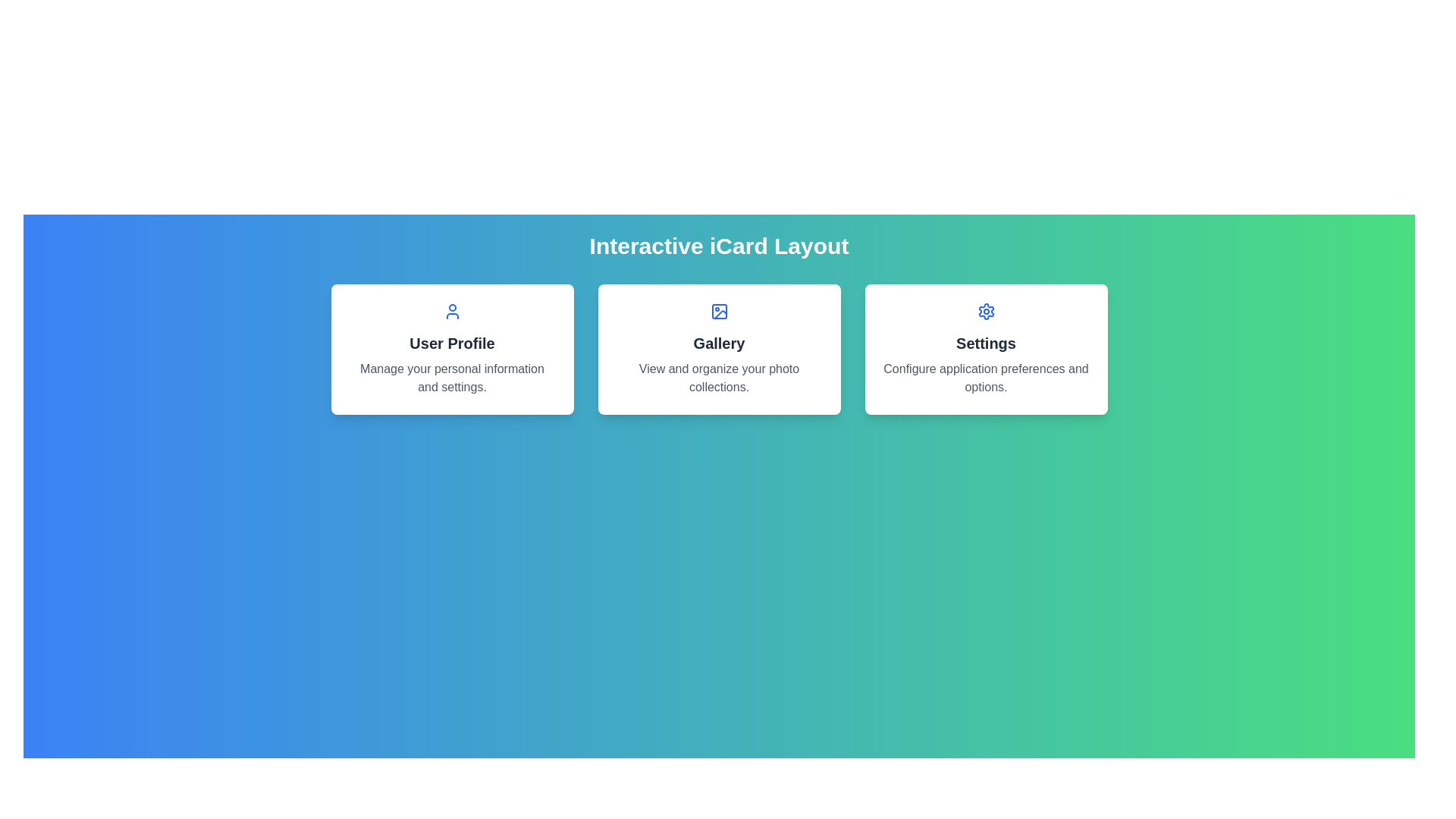  I want to click on the gear icon, which is styled with a blue outline and represents settings, located in the center of the settings card labeled 'Settings', so click(986, 311).